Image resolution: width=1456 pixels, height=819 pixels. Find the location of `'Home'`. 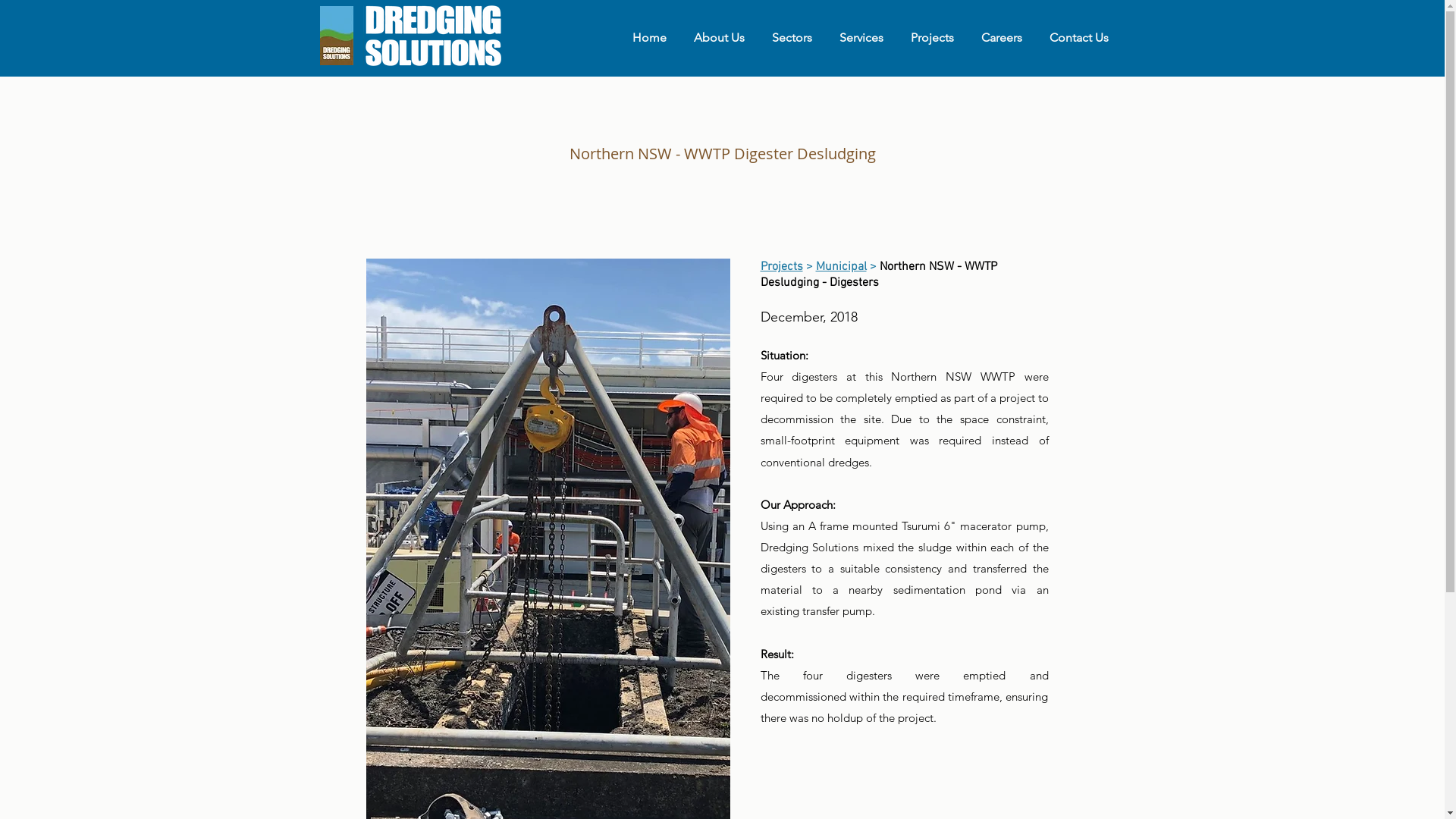

'Home' is located at coordinates (625, 37).